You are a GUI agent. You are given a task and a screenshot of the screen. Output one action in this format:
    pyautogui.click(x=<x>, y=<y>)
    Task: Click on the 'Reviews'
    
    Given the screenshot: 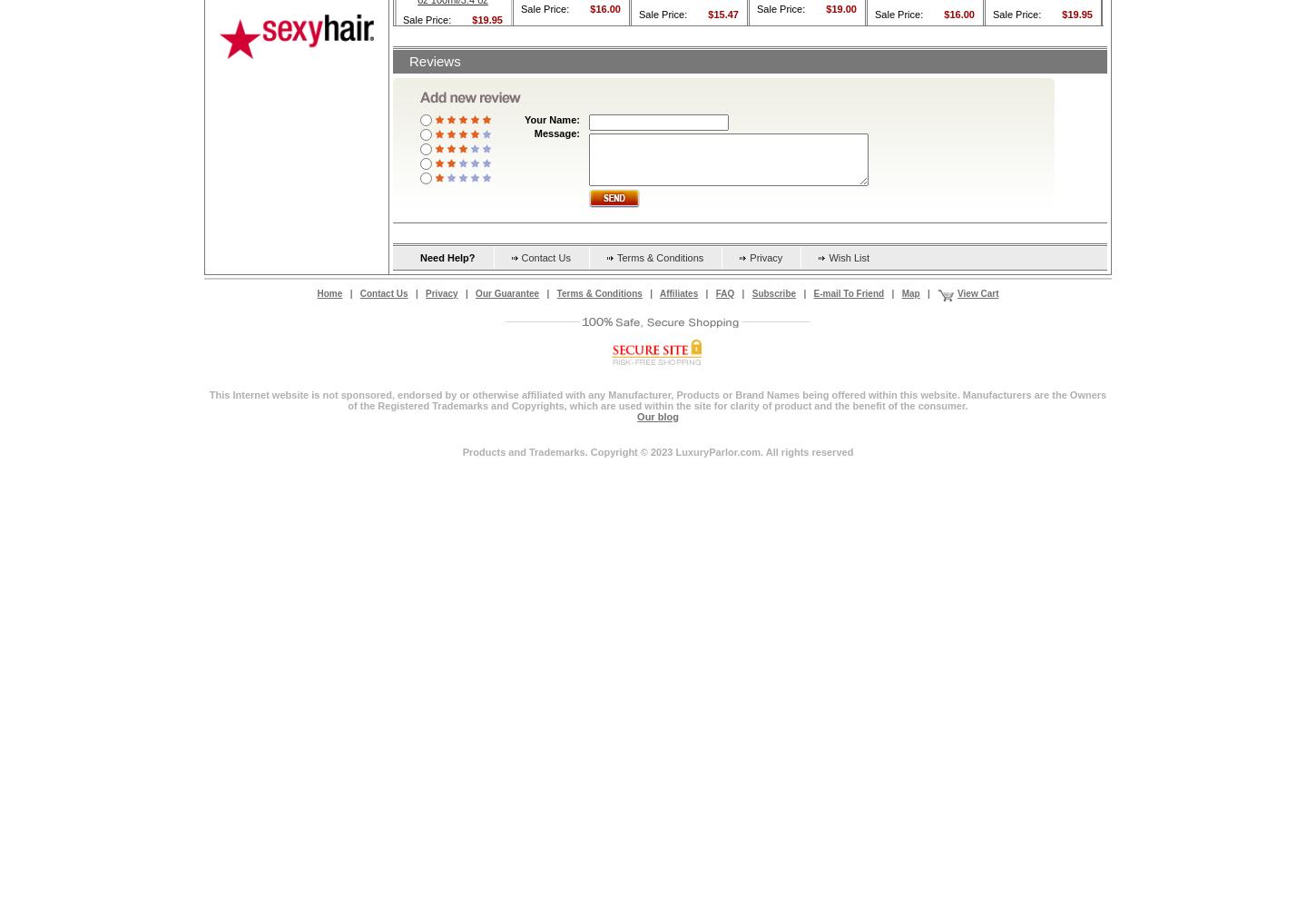 What is the action you would take?
    pyautogui.click(x=433, y=59)
    